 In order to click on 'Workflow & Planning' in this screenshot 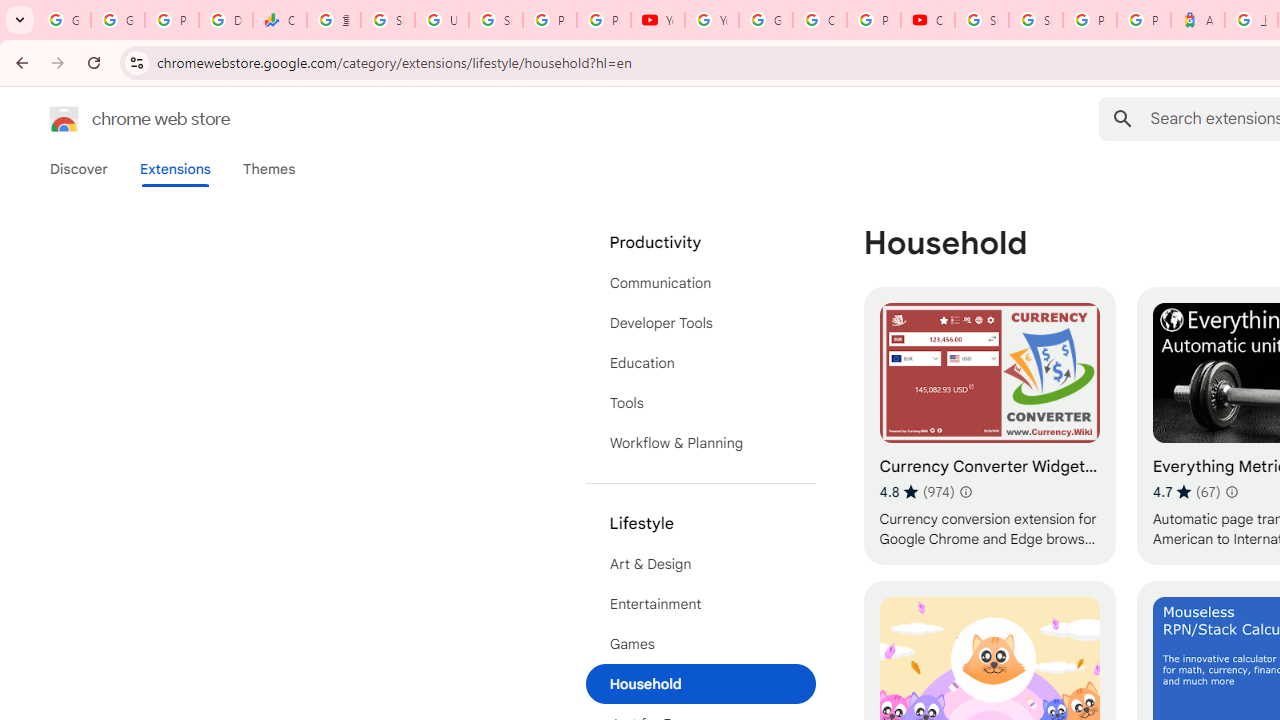, I will do `click(700, 442)`.